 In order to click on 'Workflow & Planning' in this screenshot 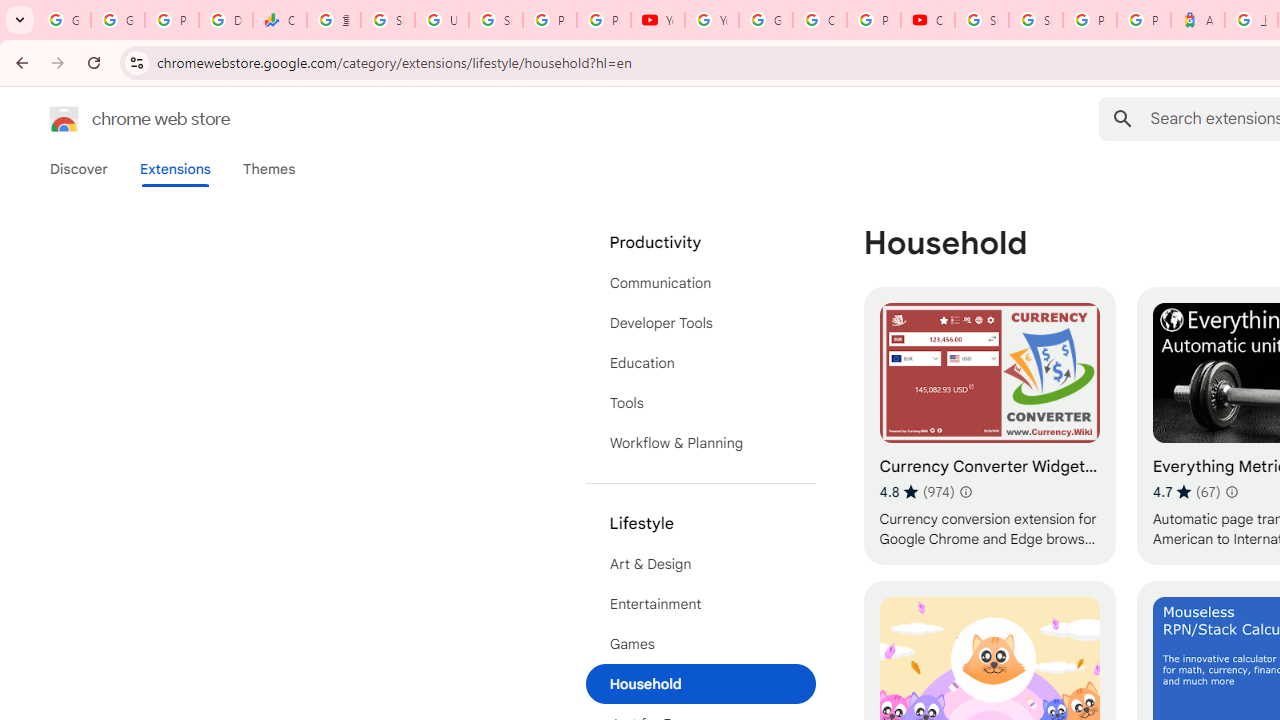, I will do `click(700, 442)`.